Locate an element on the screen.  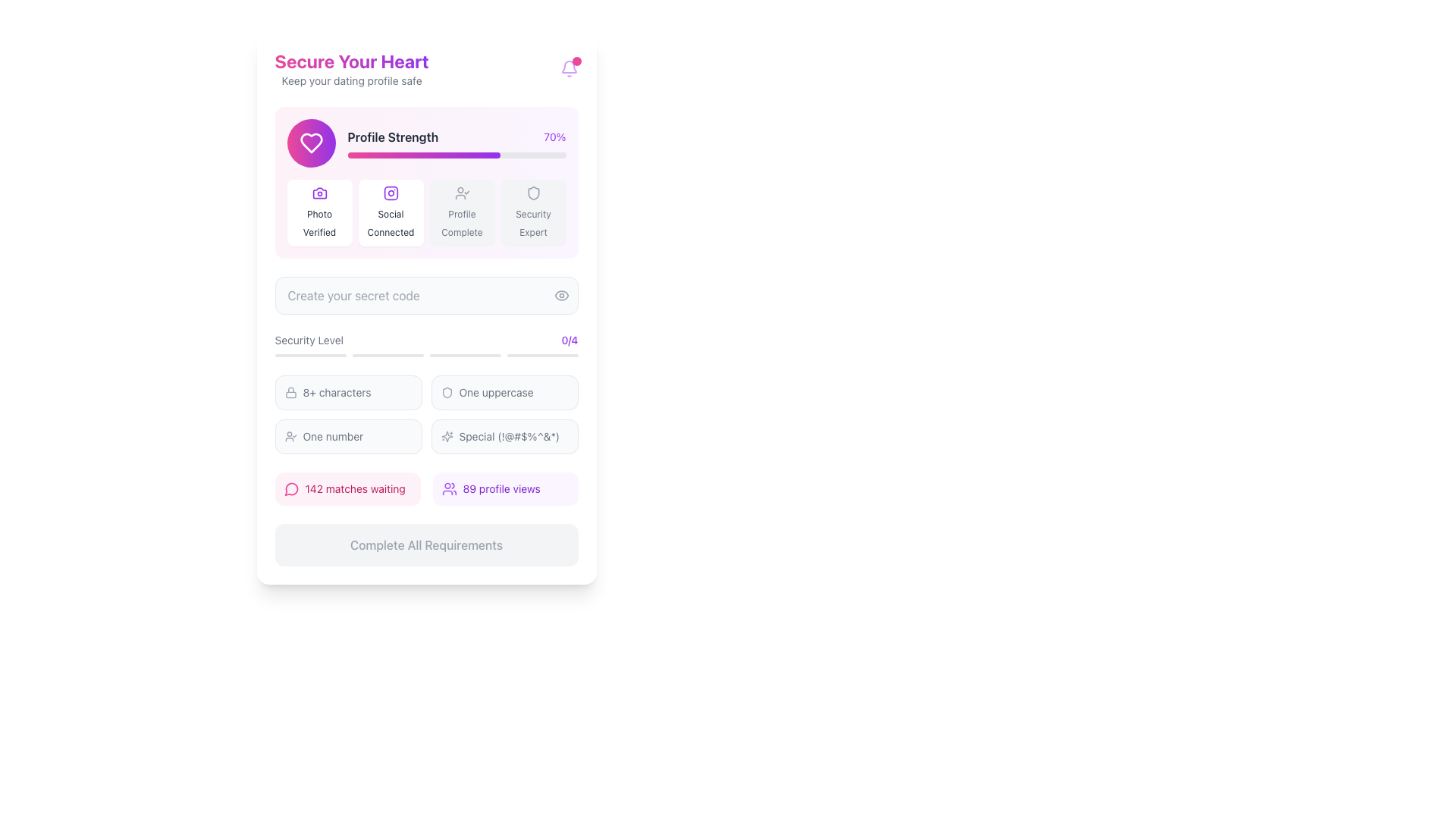
the pink circular speech bubble icon located to the left of the '142 matches waiting' text in the lower portion of the interface is located at coordinates (291, 488).